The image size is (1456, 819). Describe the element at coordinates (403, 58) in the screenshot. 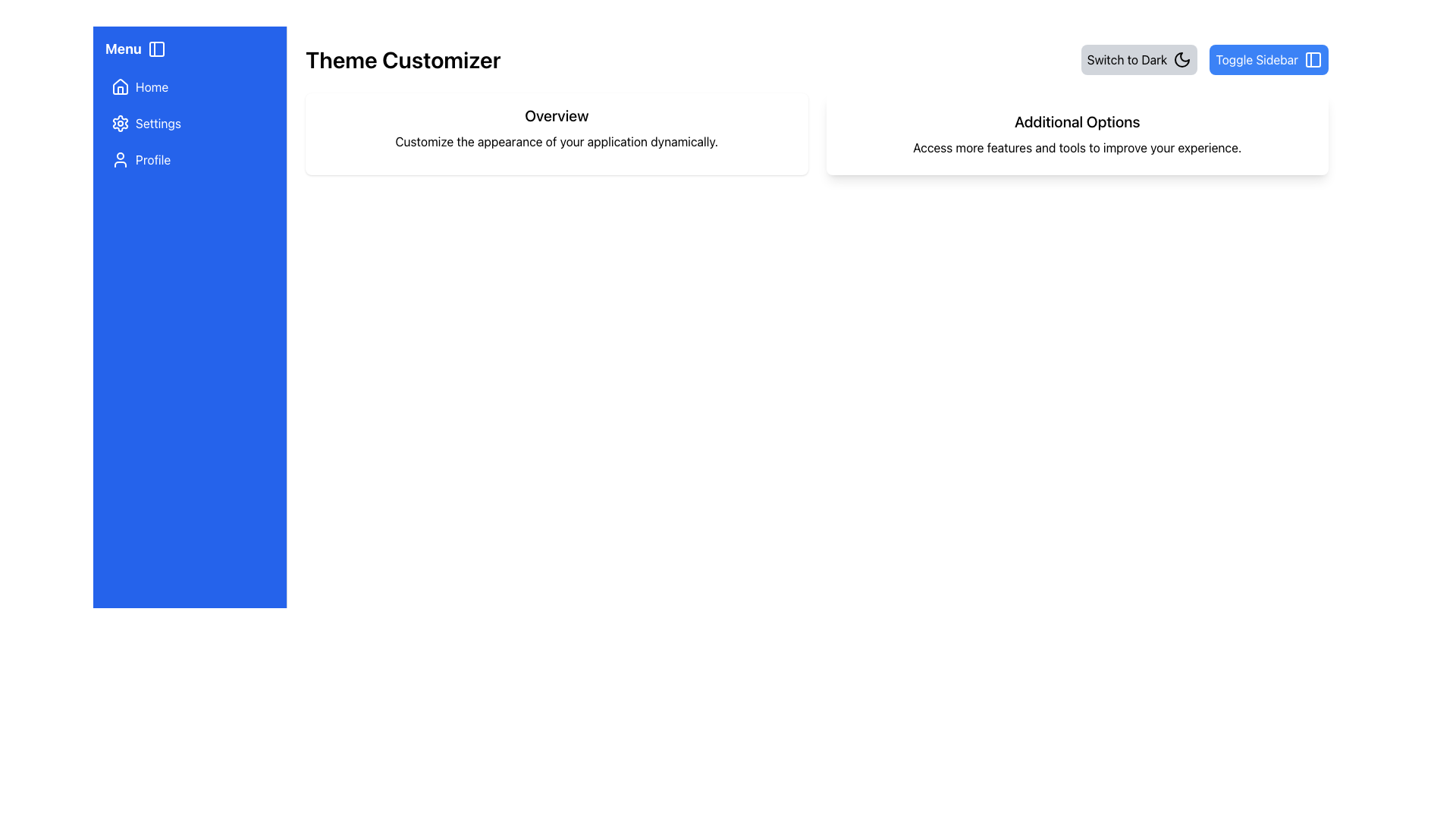

I see `the 'Theme Customizer' text, which is styled in a bold, large font and located at the top-left section of the central content area` at that location.